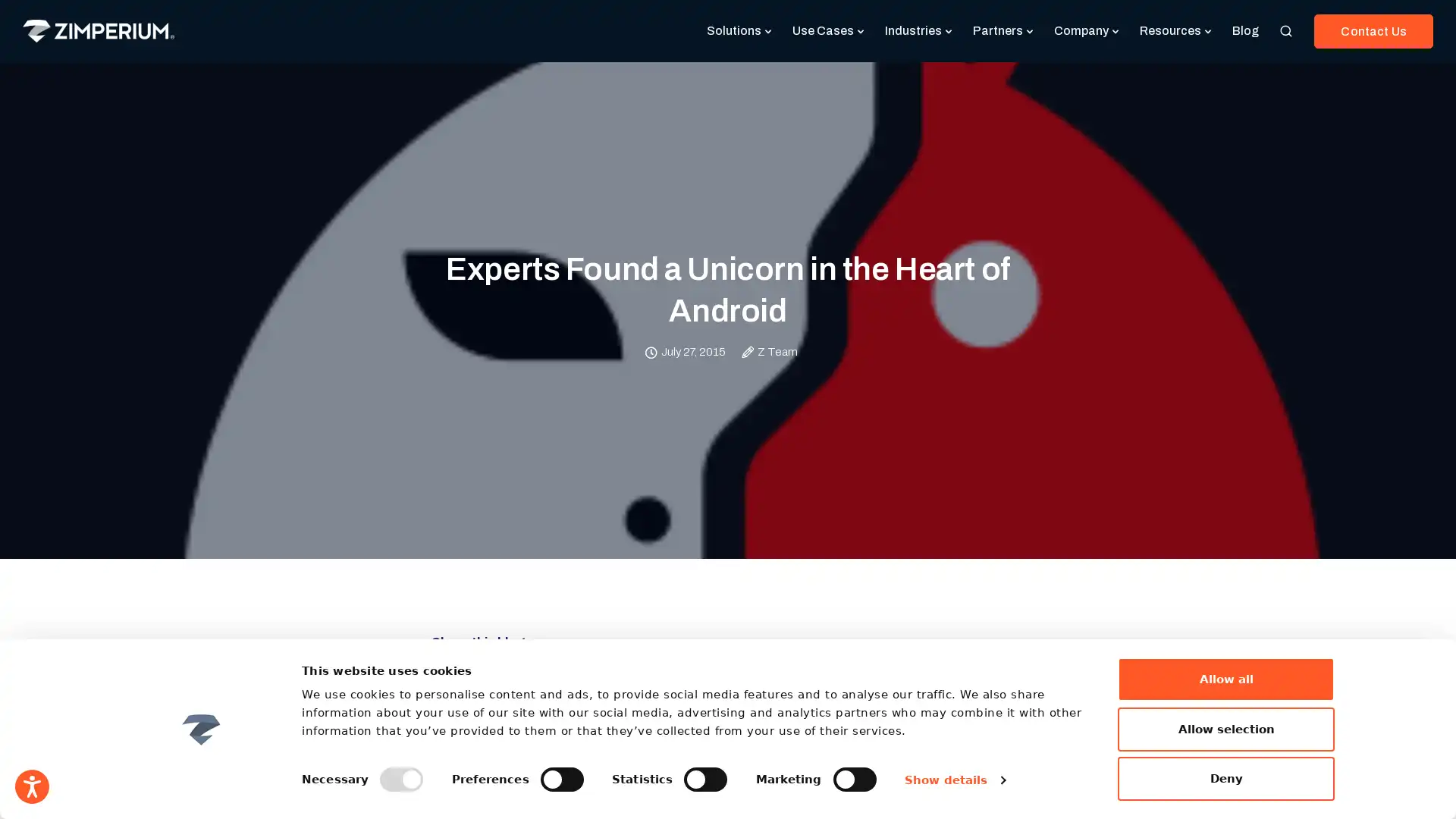  I want to click on Open accessibility options, statement and help, so click(32, 786).